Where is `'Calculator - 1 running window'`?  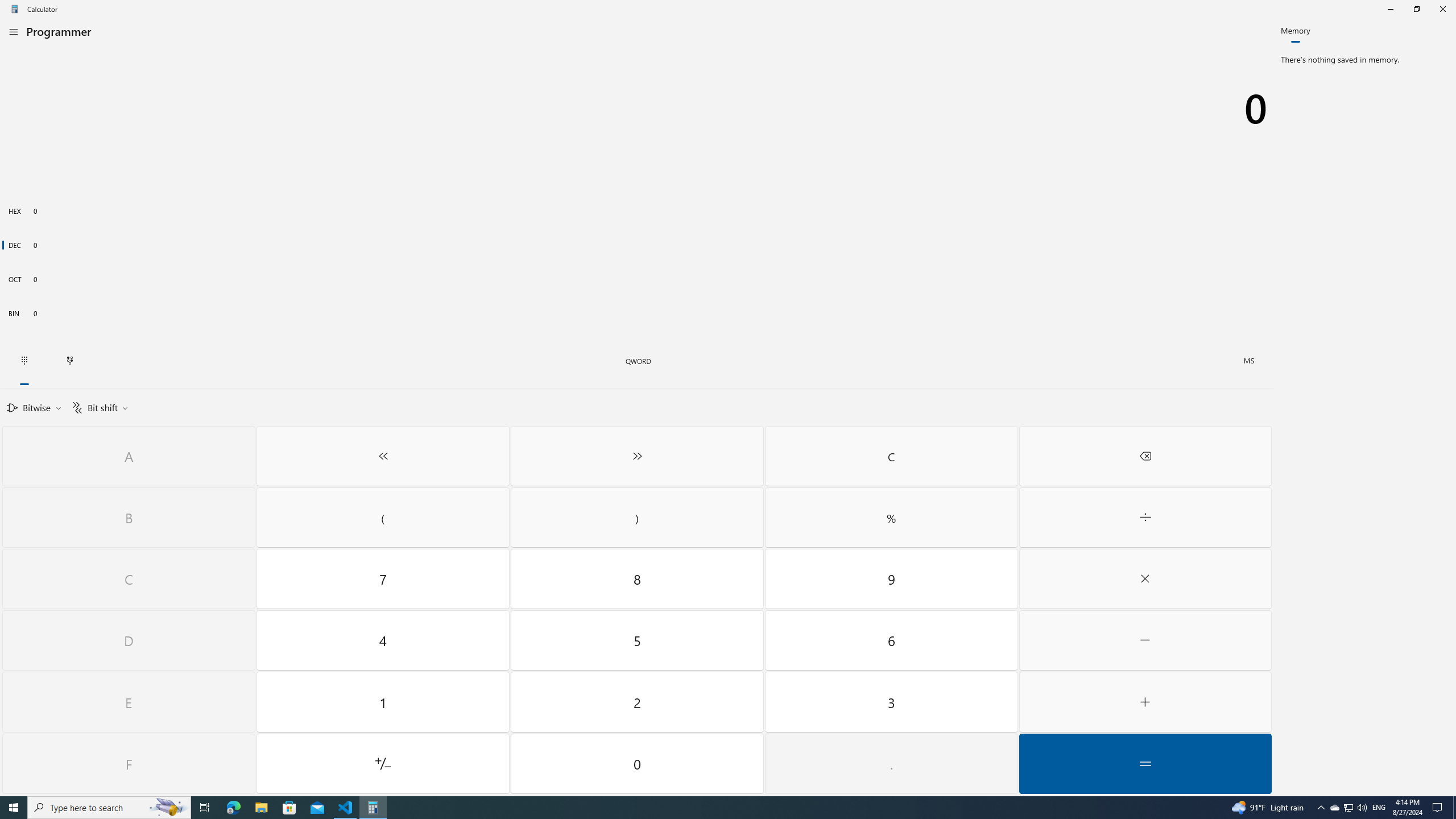 'Calculator - 1 running window' is located at coordinates (373, 806).